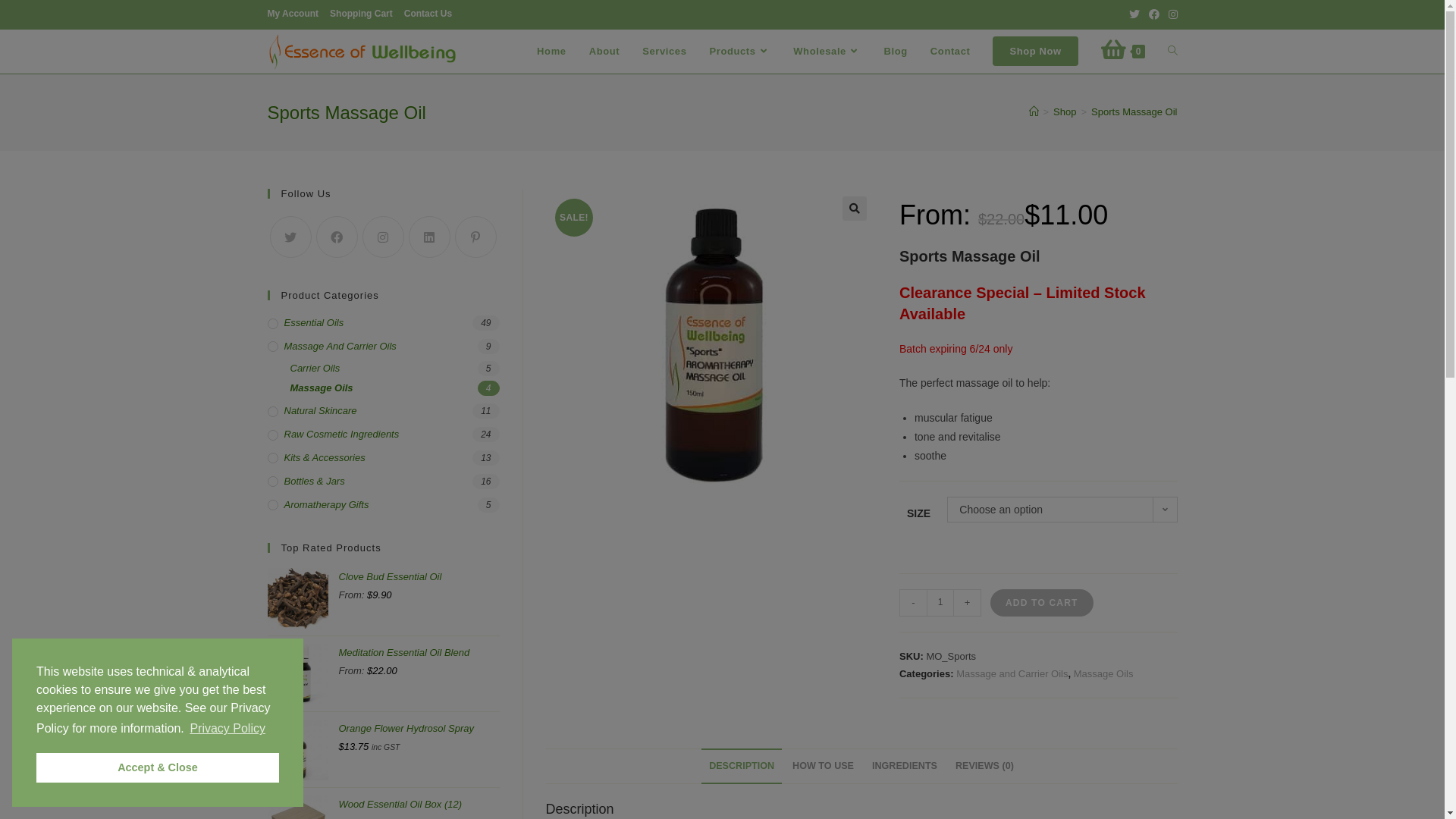  What do you see at coordinates (1034, 51) in the screenshot?
I see `'Shop Now'` at bounding box center [1034, 51].